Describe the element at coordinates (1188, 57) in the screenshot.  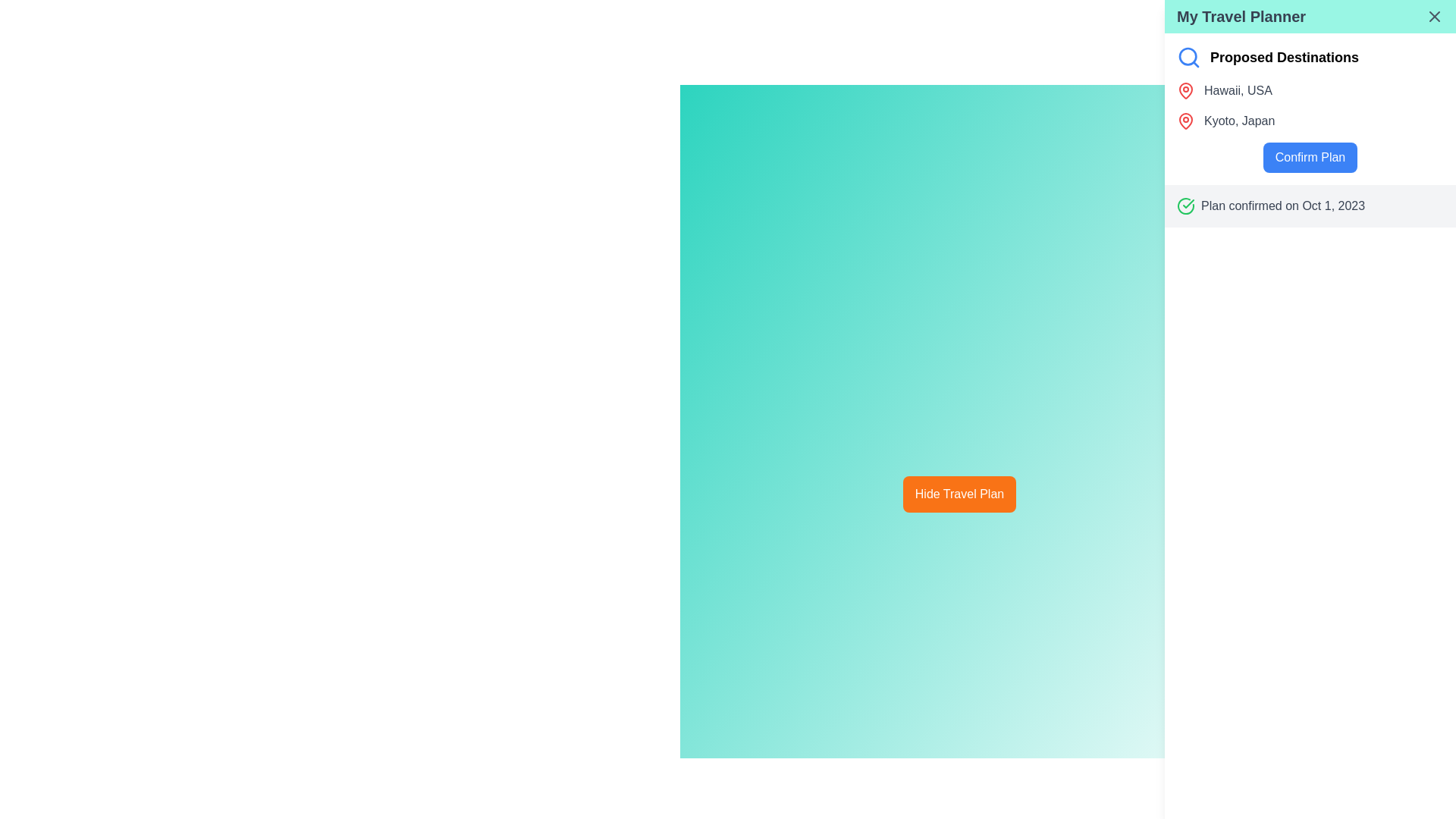
I see `the blue magnifying glass icon located to the left of the 'Proposed Destinations' text to trigger the tooltip or focus effect` at that location.